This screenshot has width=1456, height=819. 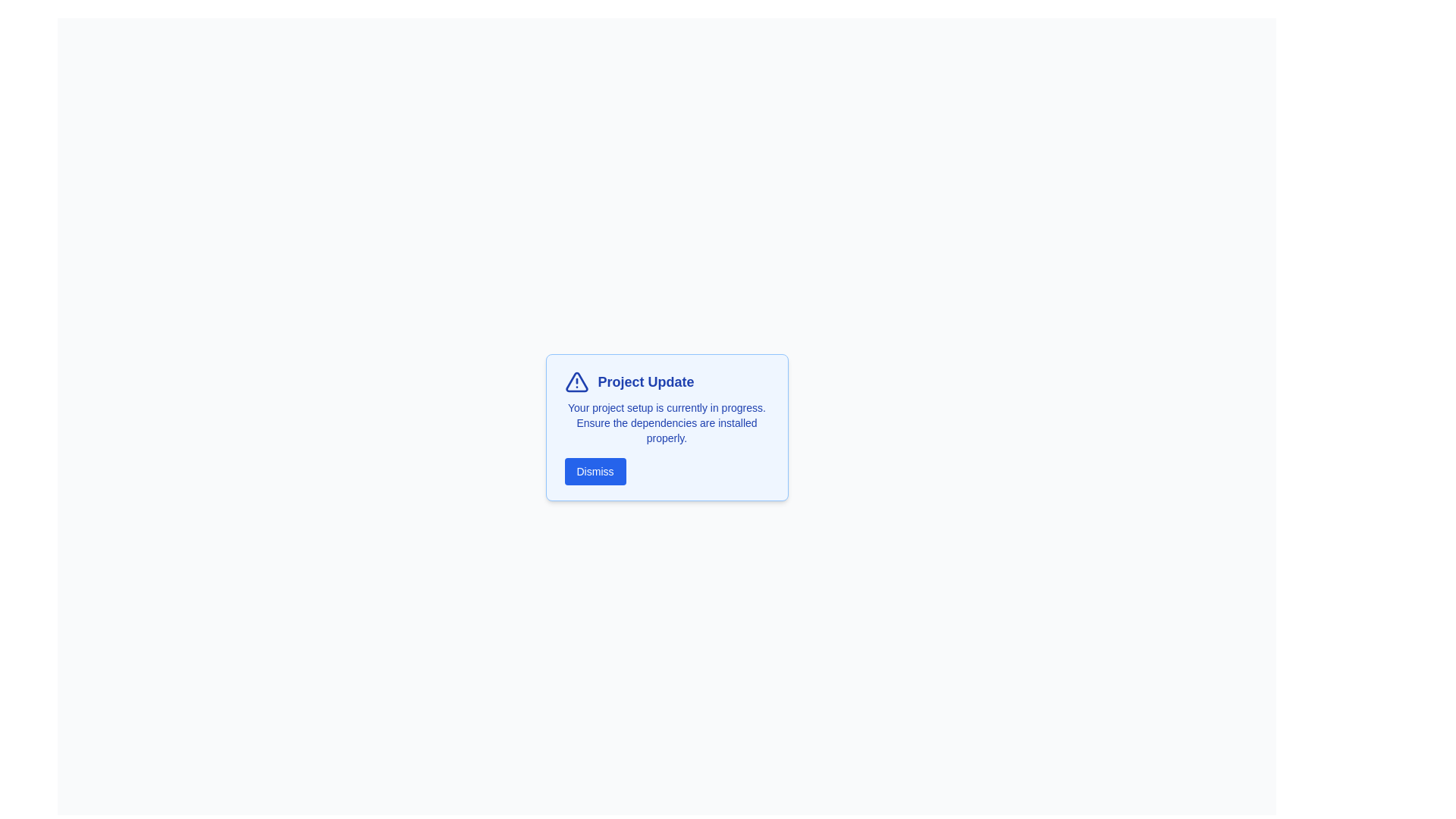 I want to click on 'Dismiss' button to close the alert, so click(x=595, y=470).